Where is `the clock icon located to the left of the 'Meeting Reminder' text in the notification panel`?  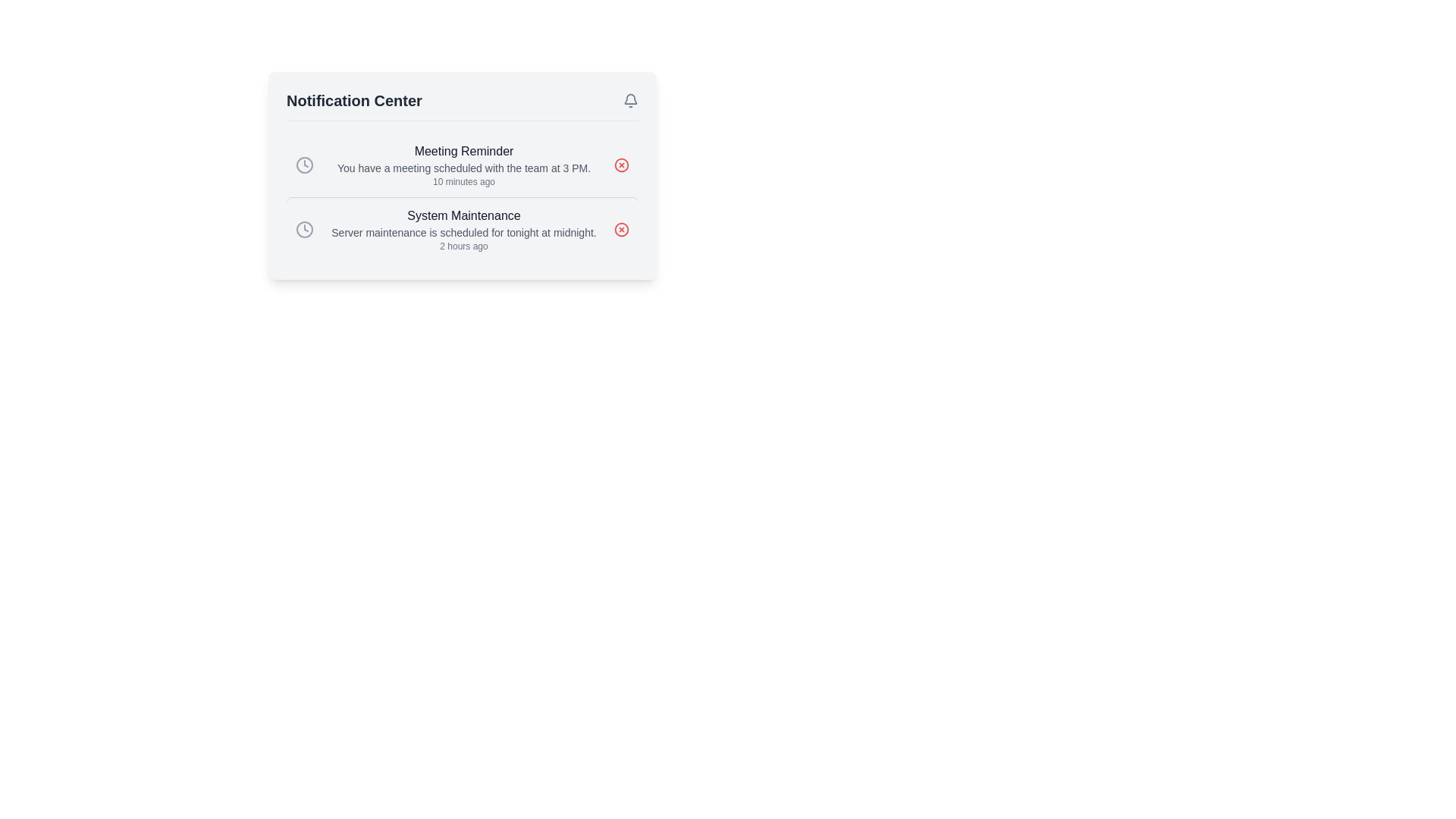
the clock icon located to the left of the 'Meeting Reminder' text in the notification panel is located at coordinates (304, 165).